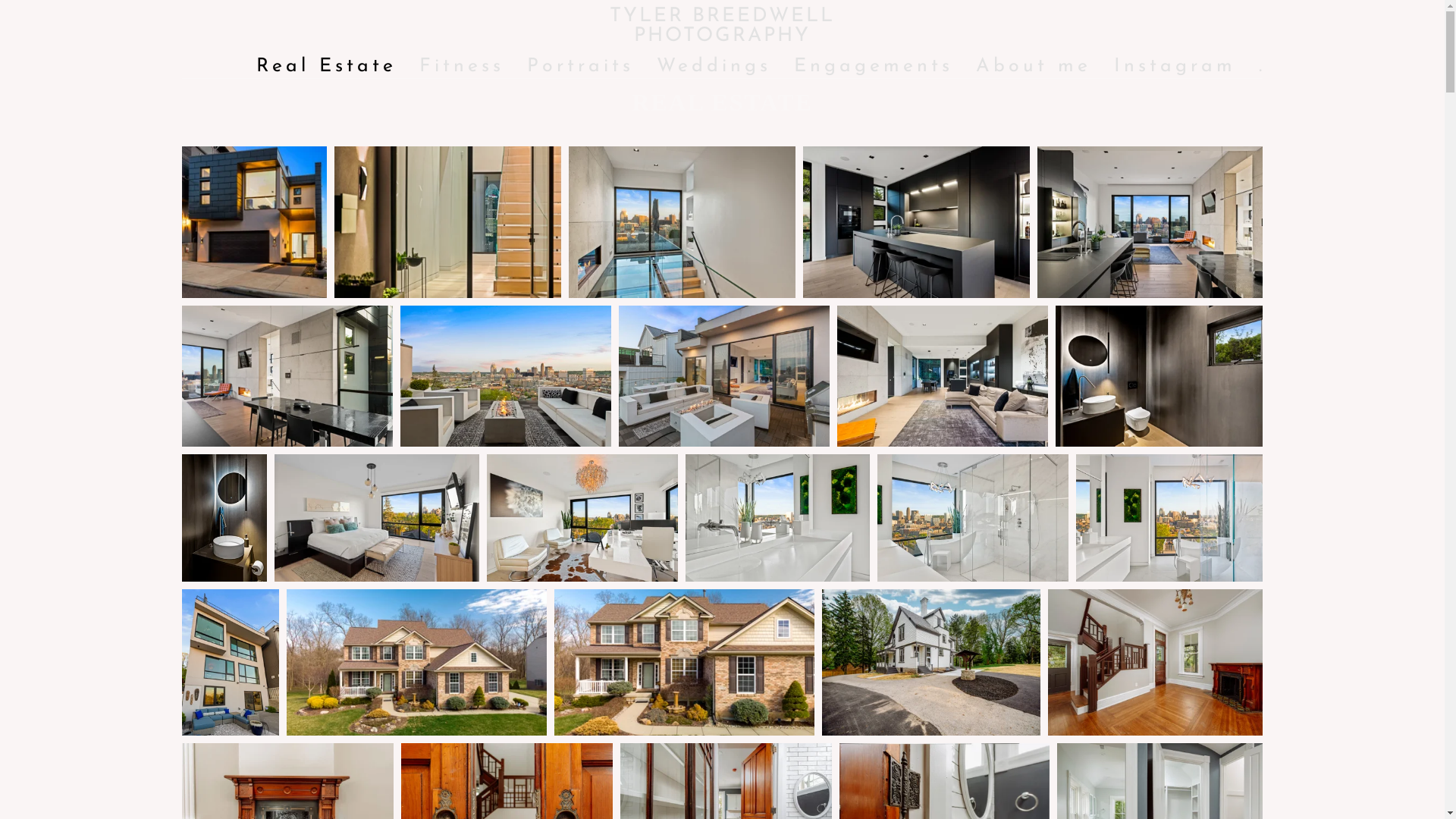 Image resolution: width=1456 pixels, height=819 pixels. What do you see at coordinates (874, 65) in the screenshot?
I see `'Engagements'` at bounding box center [874, 65].